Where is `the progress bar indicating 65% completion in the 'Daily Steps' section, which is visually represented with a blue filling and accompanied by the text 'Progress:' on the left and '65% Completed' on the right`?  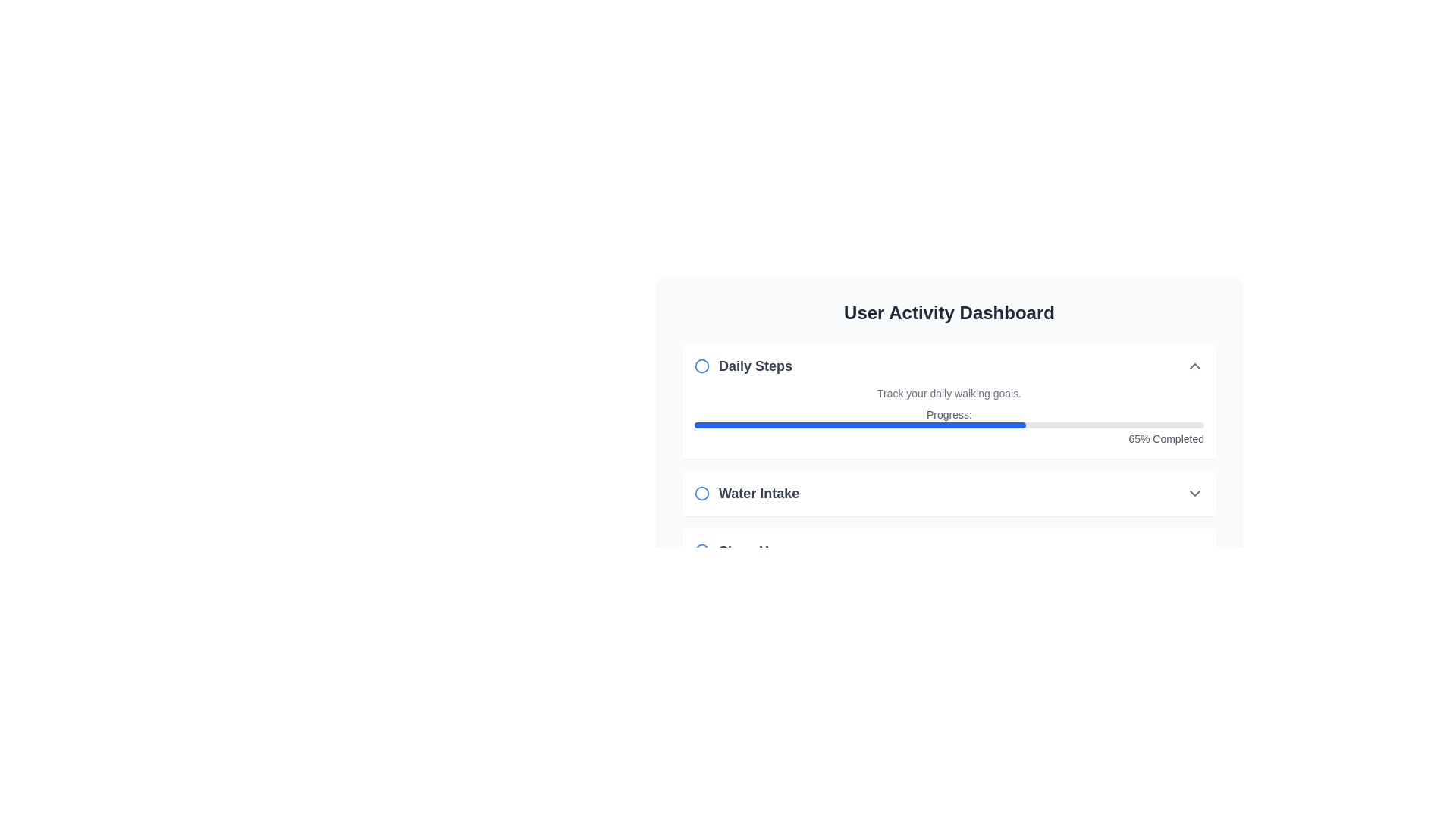
the progress bar indicating 65% completion in the 'Daily Steps' section, which is visually represented with a blue filling and accompanied by the text 'Progress:' on the left and '65% Completed' on the right is located at coordinates (949, 427).